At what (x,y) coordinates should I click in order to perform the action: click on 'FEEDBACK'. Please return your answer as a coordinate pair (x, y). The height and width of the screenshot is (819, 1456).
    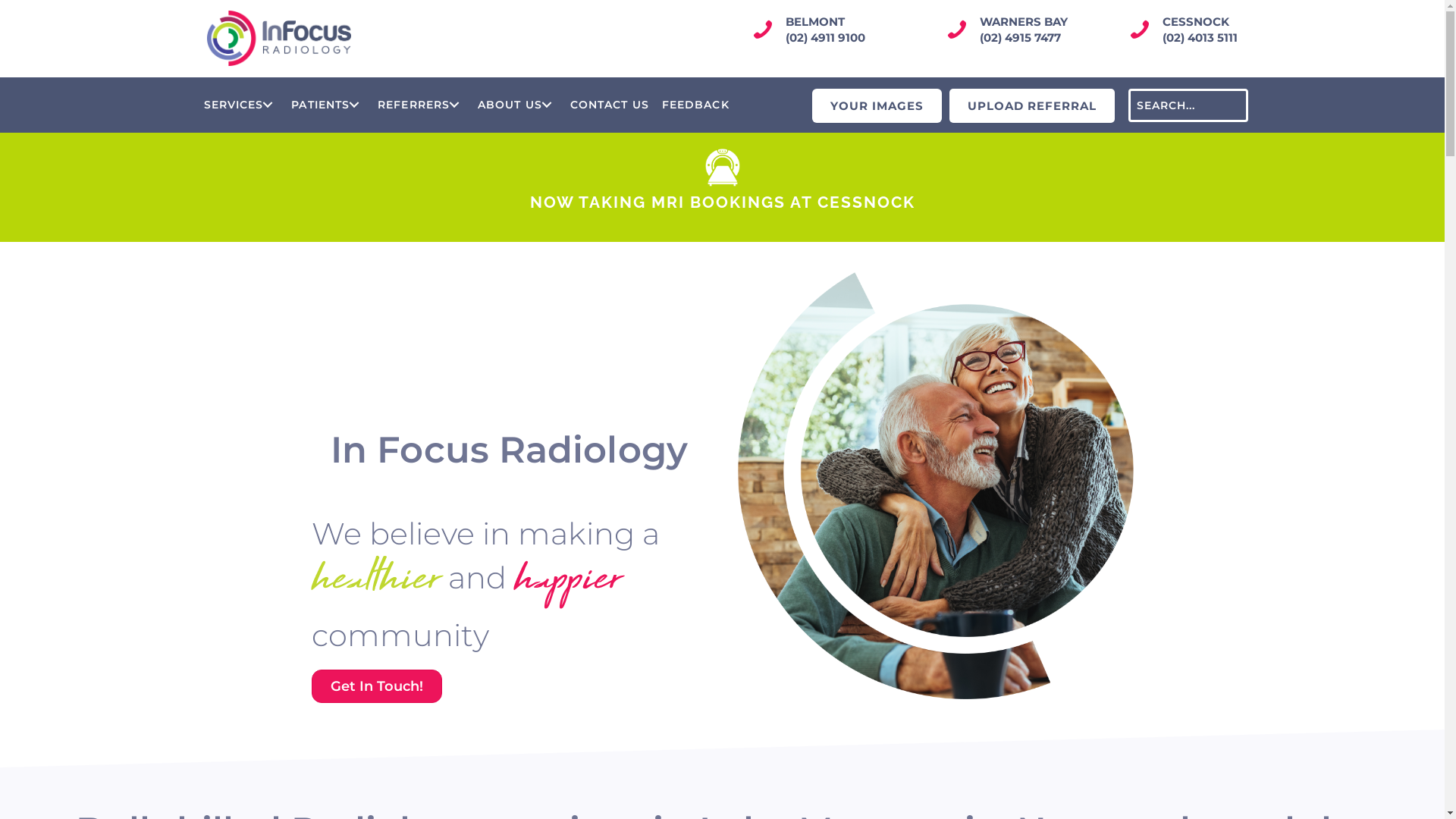
    Looking at the image, I should click on (695, 104).